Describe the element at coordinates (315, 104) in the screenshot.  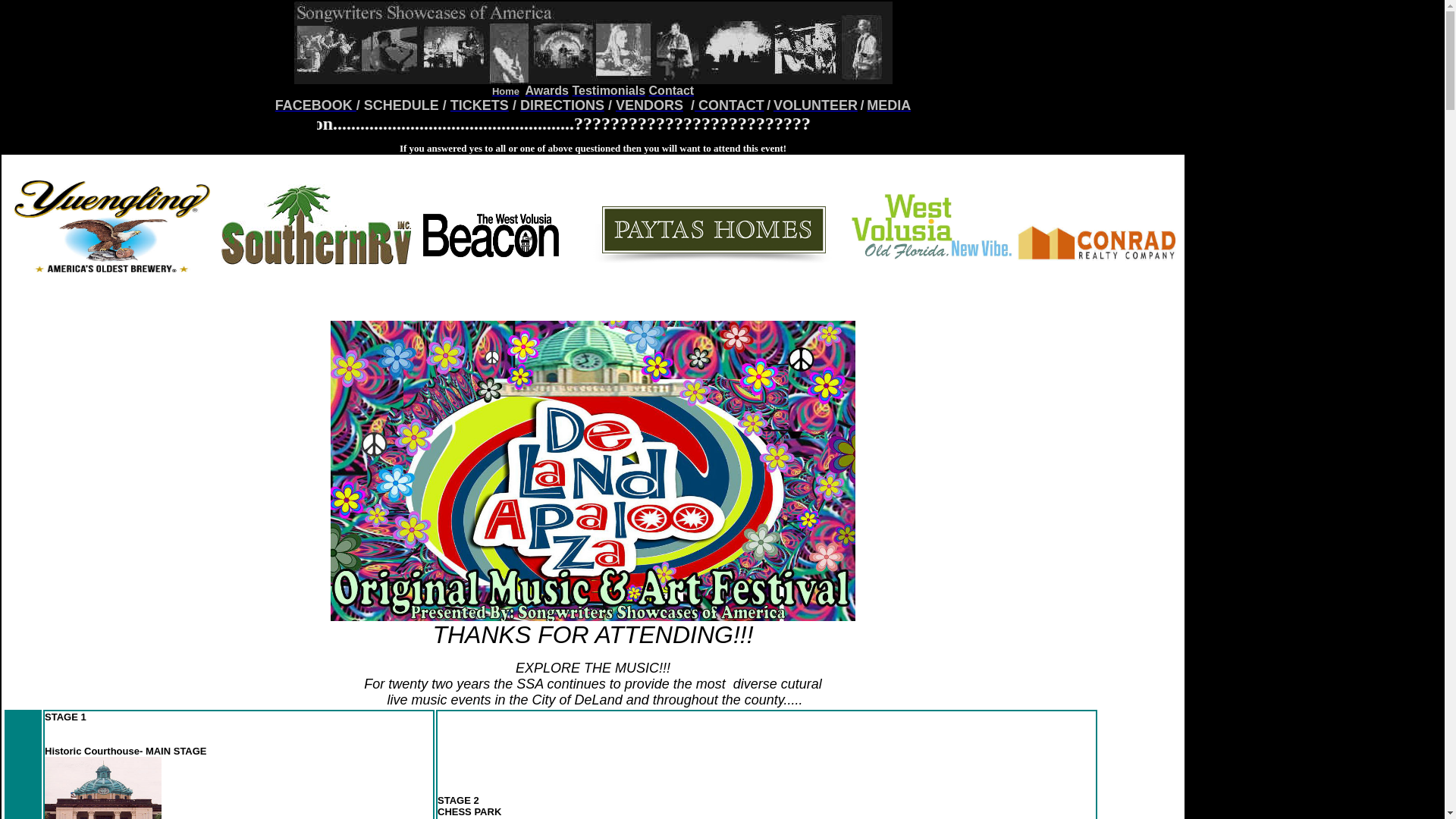
I see `'FACEBOOK'` at that location.